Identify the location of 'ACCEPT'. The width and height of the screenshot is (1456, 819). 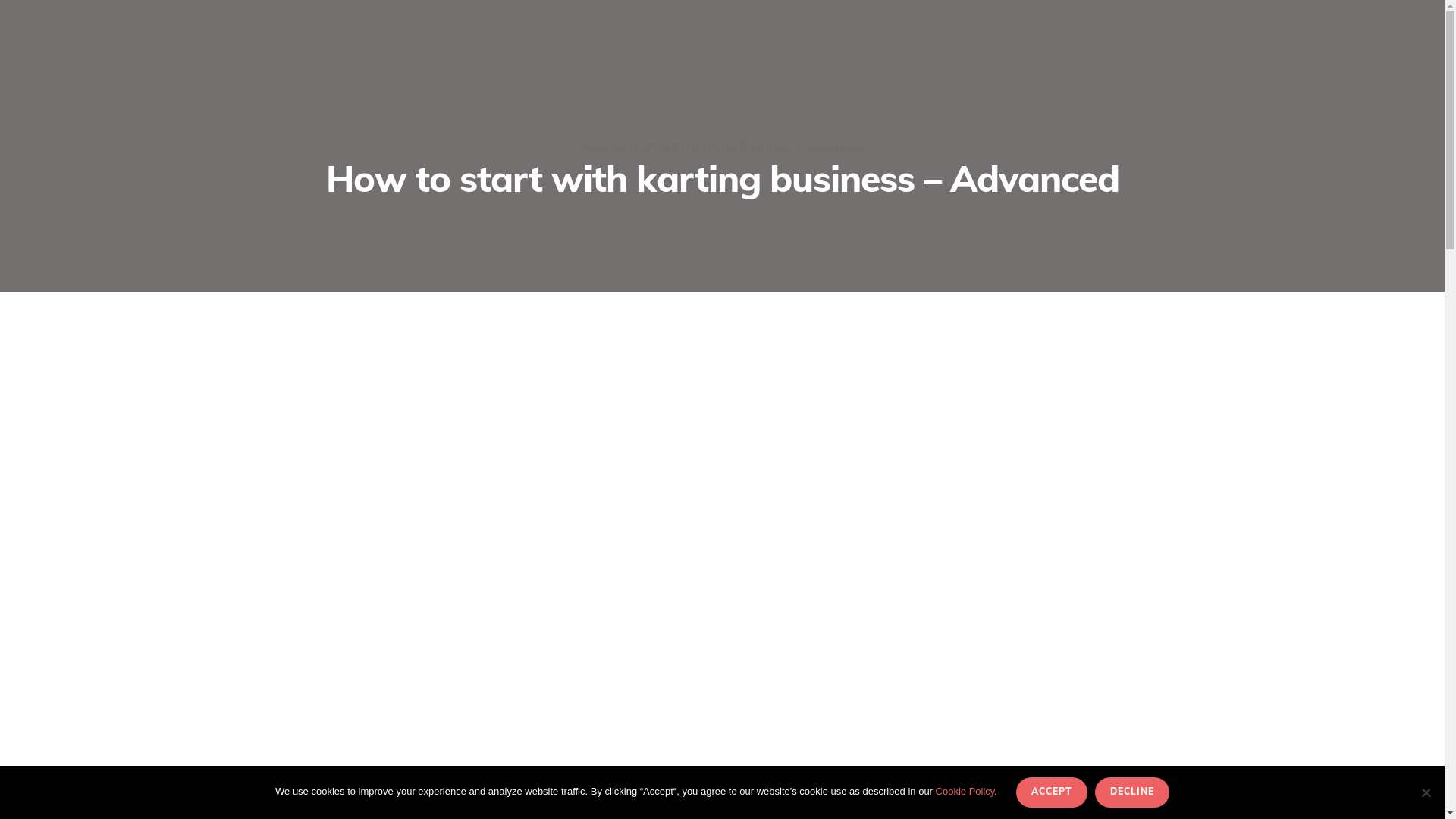
(1051, 792).